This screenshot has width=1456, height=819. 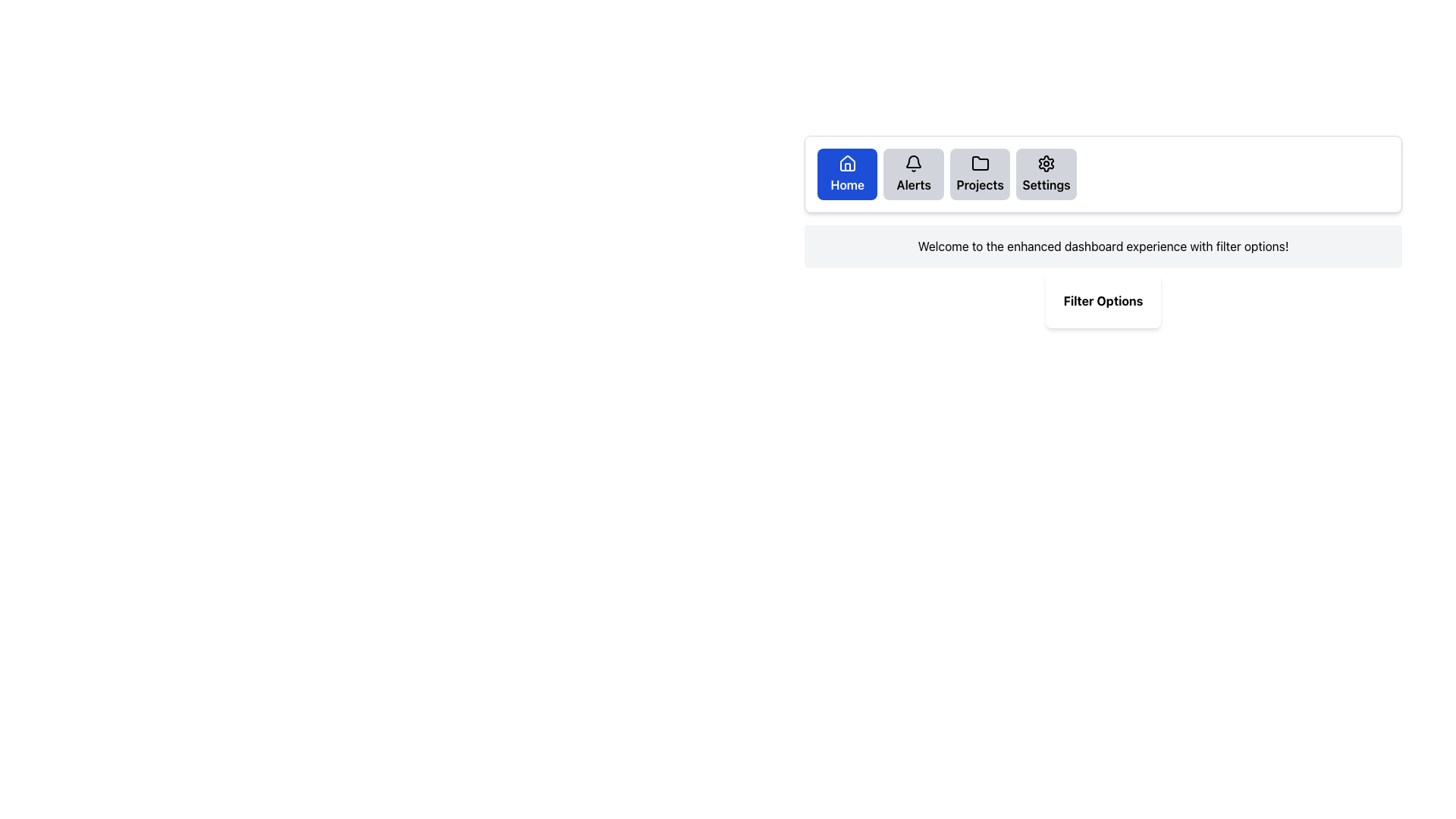 I want to click on the bell icon inside the 'Alerts' button, which signifies notifications or alerts, so click(x=913, y=164).